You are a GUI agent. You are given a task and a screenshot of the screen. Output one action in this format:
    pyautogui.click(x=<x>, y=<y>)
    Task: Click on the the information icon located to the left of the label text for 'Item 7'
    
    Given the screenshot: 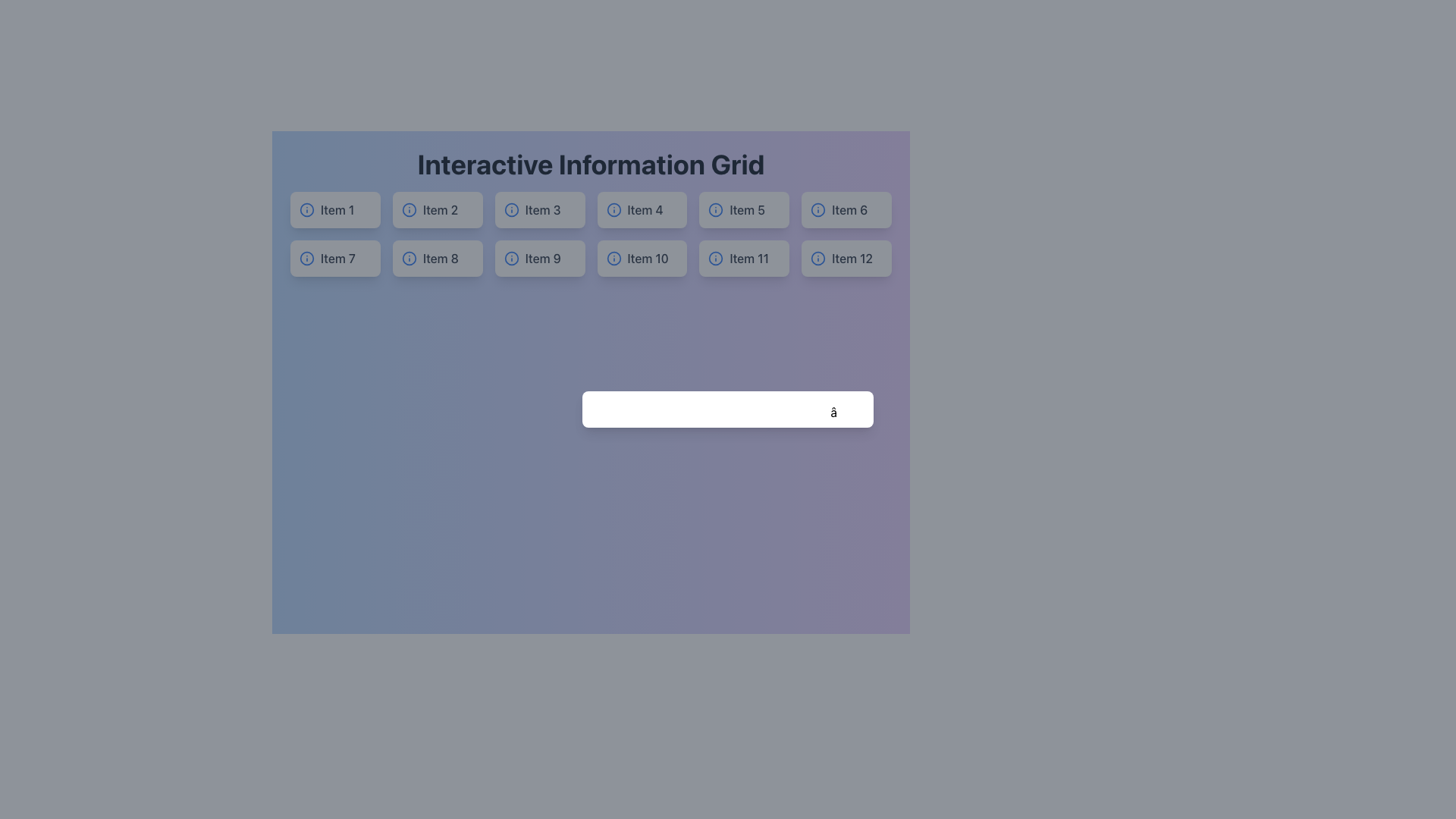 What is the action you would take?
    pyautogui.click(x=306, y=257)
    